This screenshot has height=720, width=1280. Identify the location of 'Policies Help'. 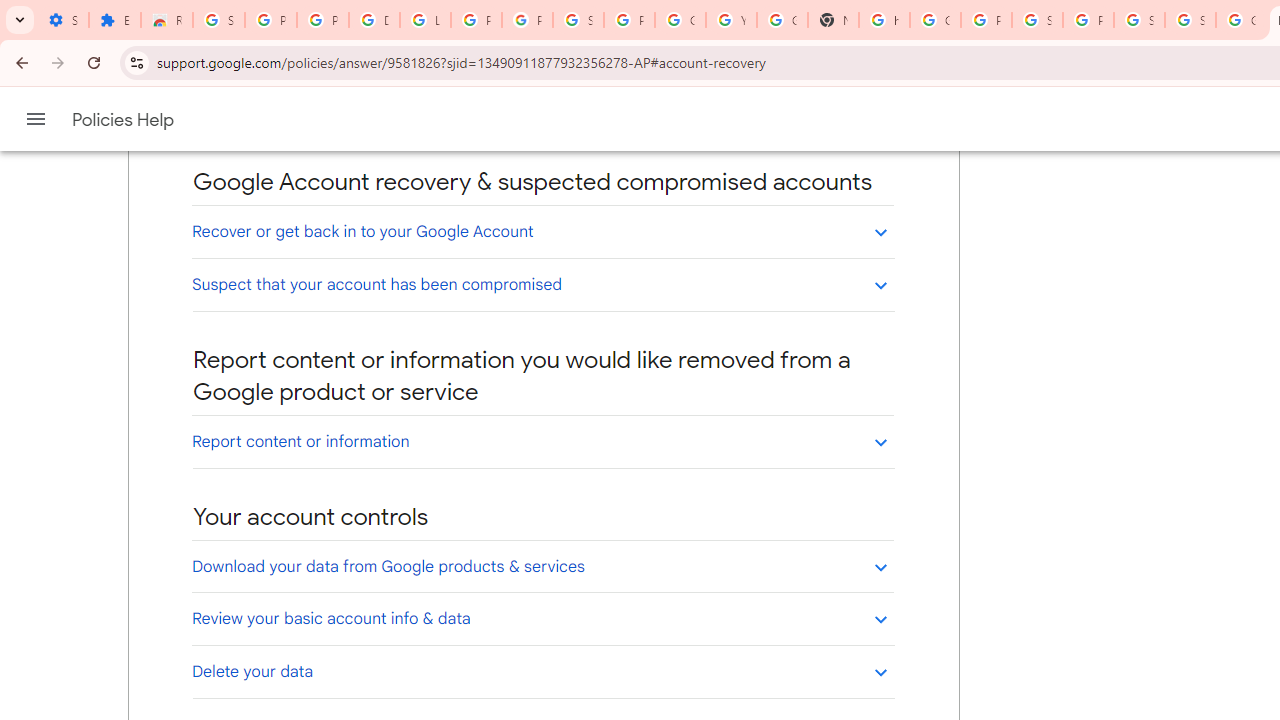
(123, 119).